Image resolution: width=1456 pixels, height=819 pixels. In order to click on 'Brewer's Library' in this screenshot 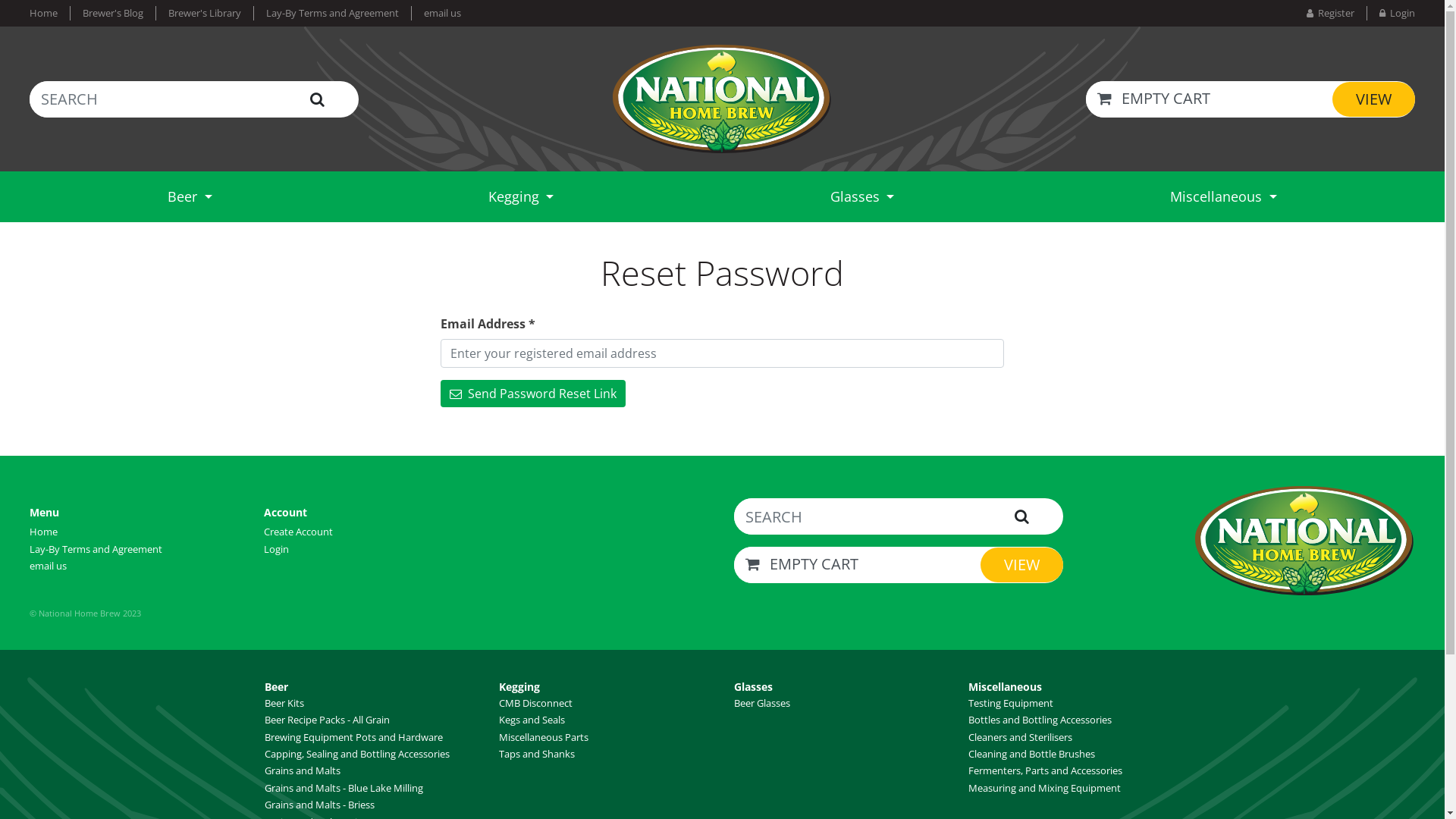, I will do `click(203, 13)`.